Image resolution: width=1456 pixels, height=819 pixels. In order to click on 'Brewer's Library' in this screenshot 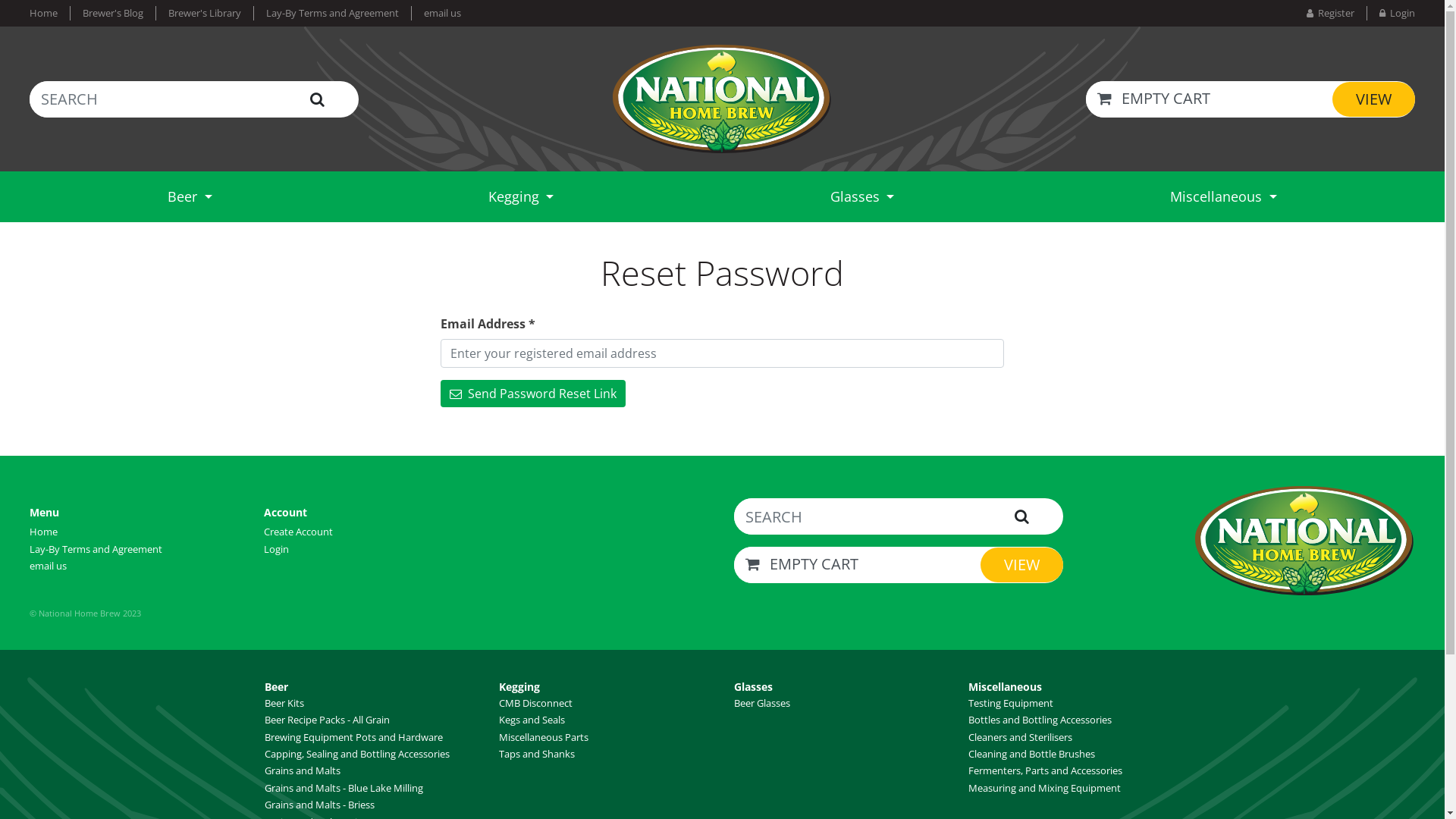, I will do `click(203, 13)`.